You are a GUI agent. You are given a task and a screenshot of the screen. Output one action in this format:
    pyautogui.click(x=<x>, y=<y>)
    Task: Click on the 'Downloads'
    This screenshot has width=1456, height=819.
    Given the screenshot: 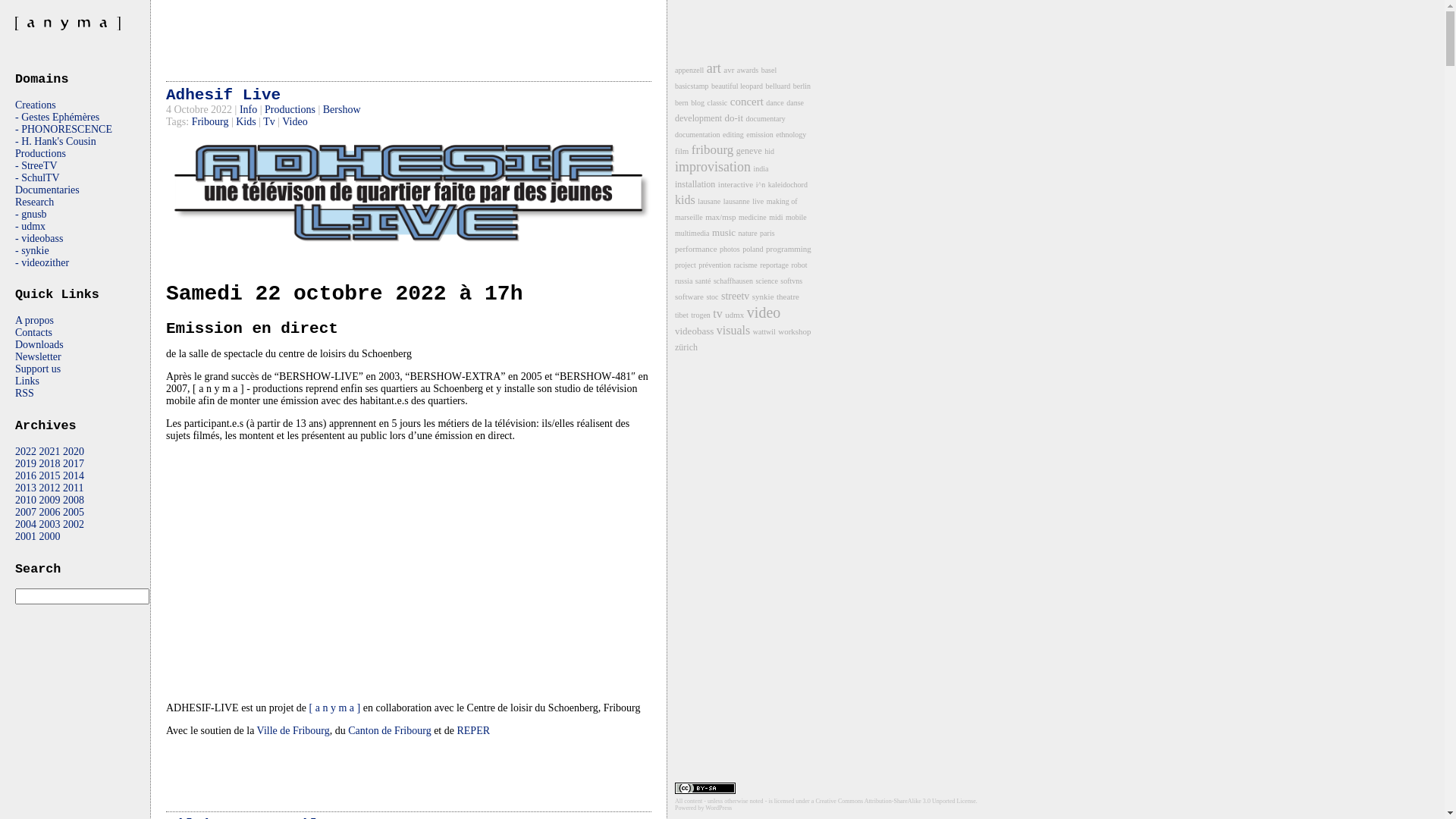 What is the action you would take?
    pyautogui.click(x=39, y=344)
    